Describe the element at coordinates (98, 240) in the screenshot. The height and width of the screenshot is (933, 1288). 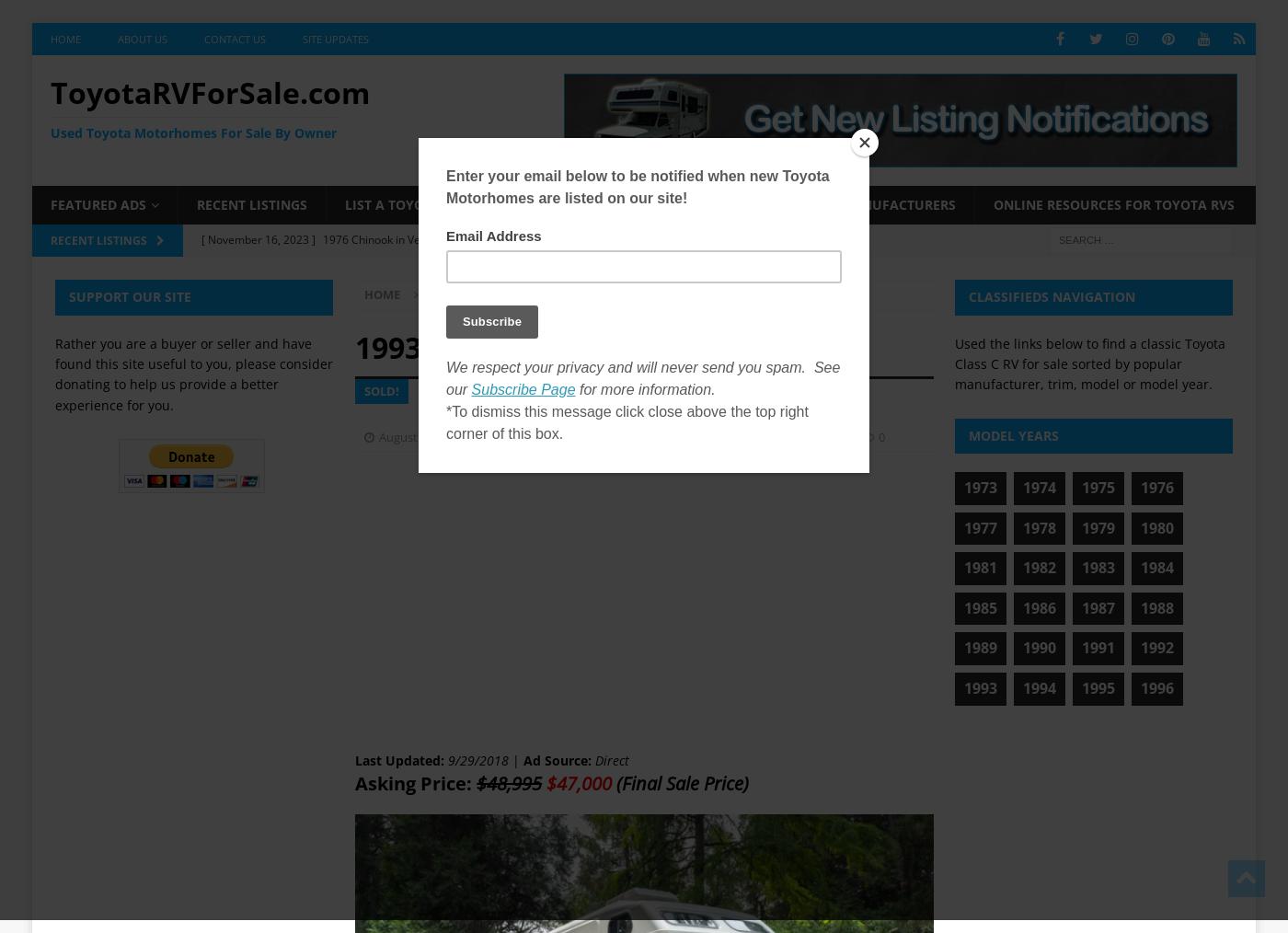
I see `'Recent Listings'` at that location.